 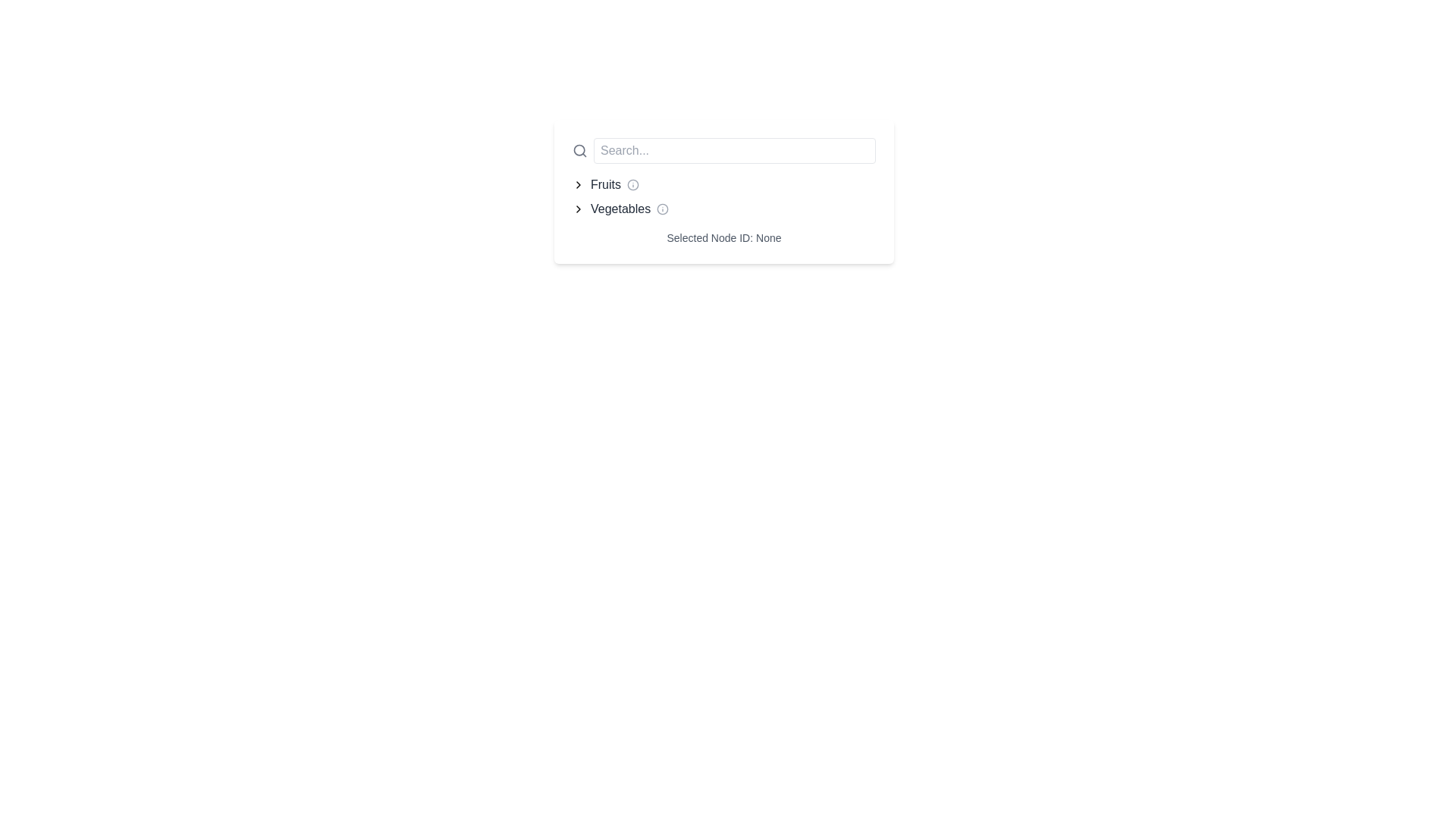 I want to click on the circular icon element that is part of the information icon located to the right of the 'Vegetables' category label, so click(x=663, y=209).